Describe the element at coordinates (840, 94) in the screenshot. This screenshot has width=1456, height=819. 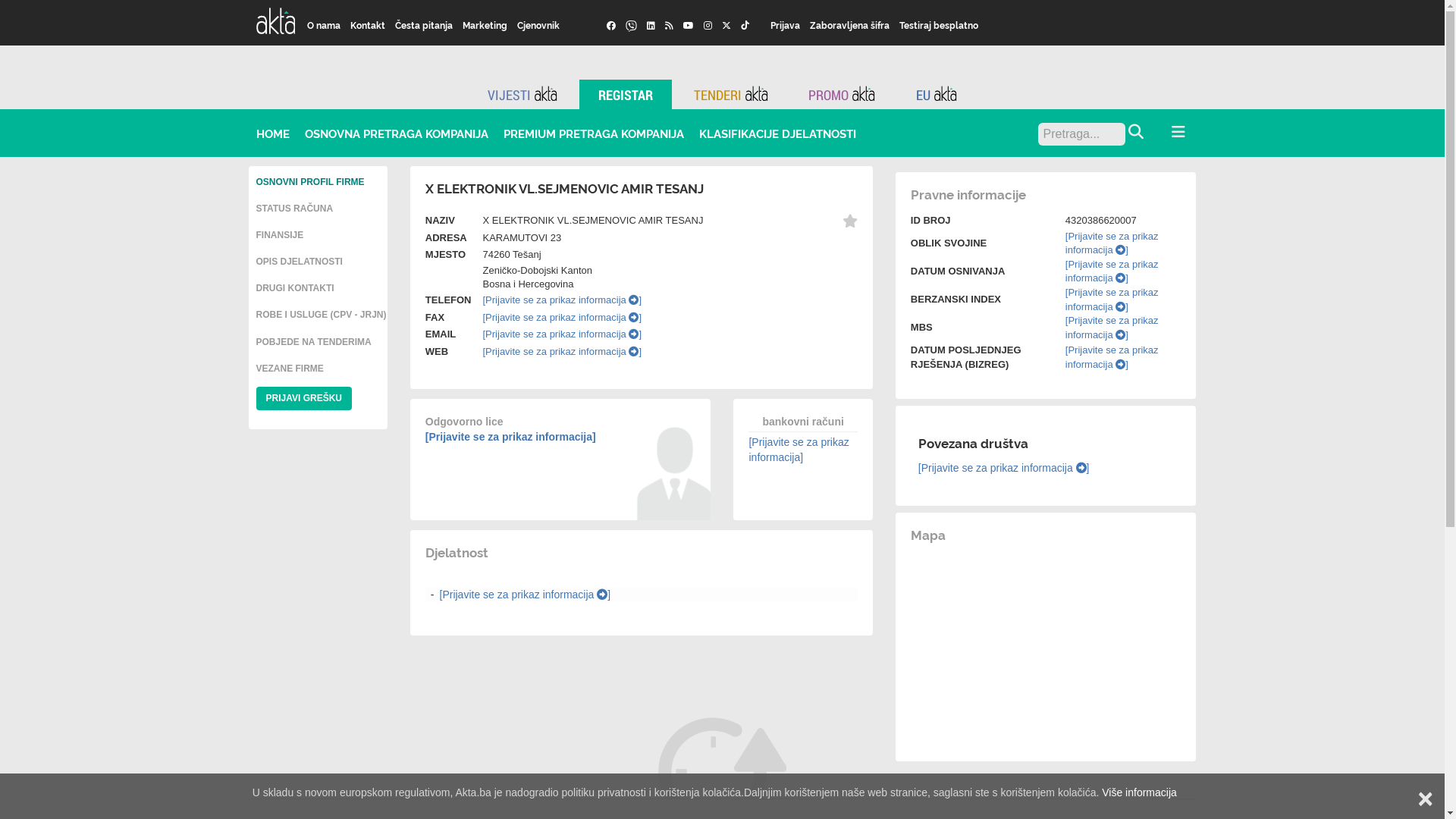
I see `'PROMO'` at that location.